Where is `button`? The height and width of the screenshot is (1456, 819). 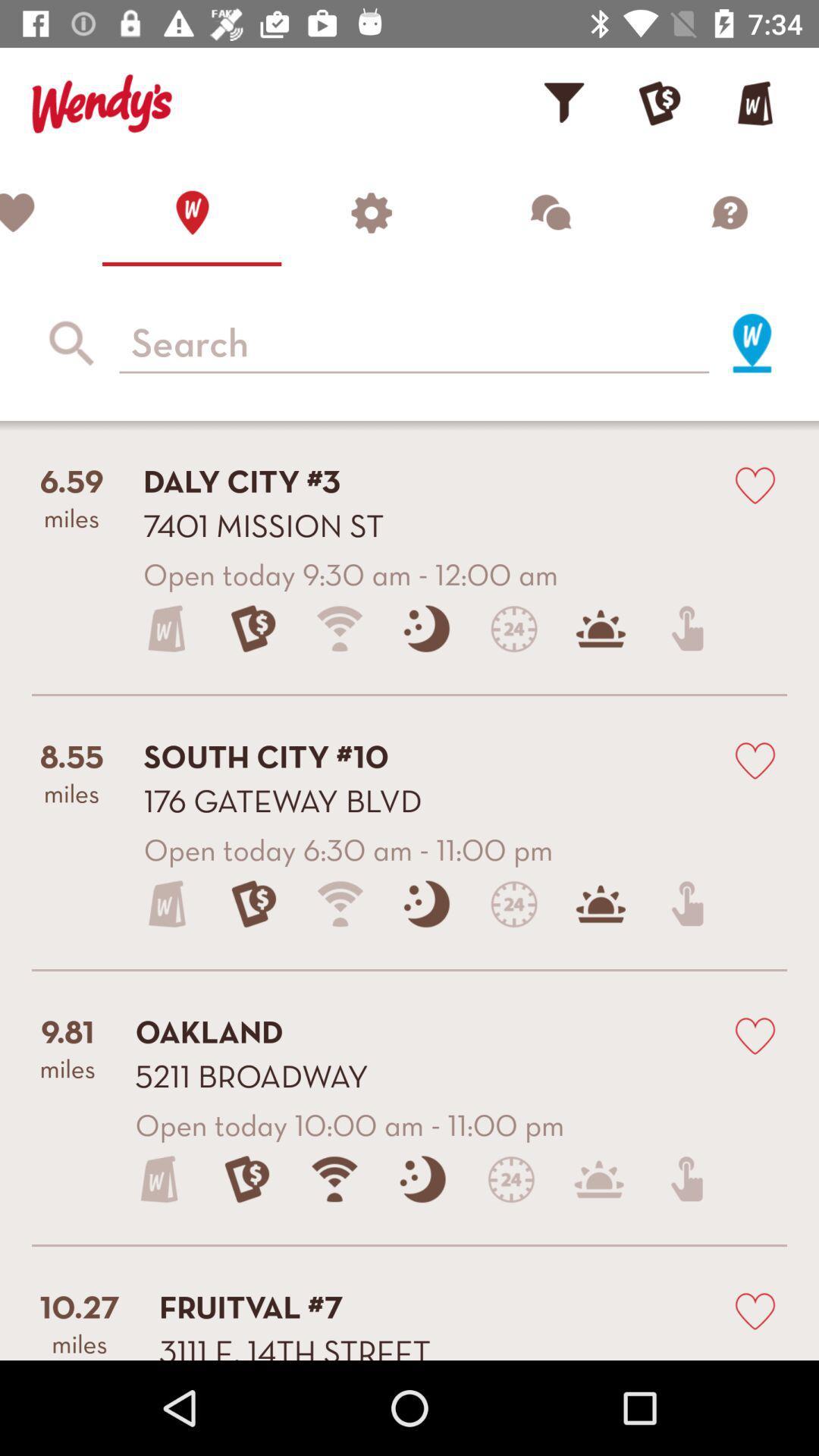 button is located at coordinates (755, 483).